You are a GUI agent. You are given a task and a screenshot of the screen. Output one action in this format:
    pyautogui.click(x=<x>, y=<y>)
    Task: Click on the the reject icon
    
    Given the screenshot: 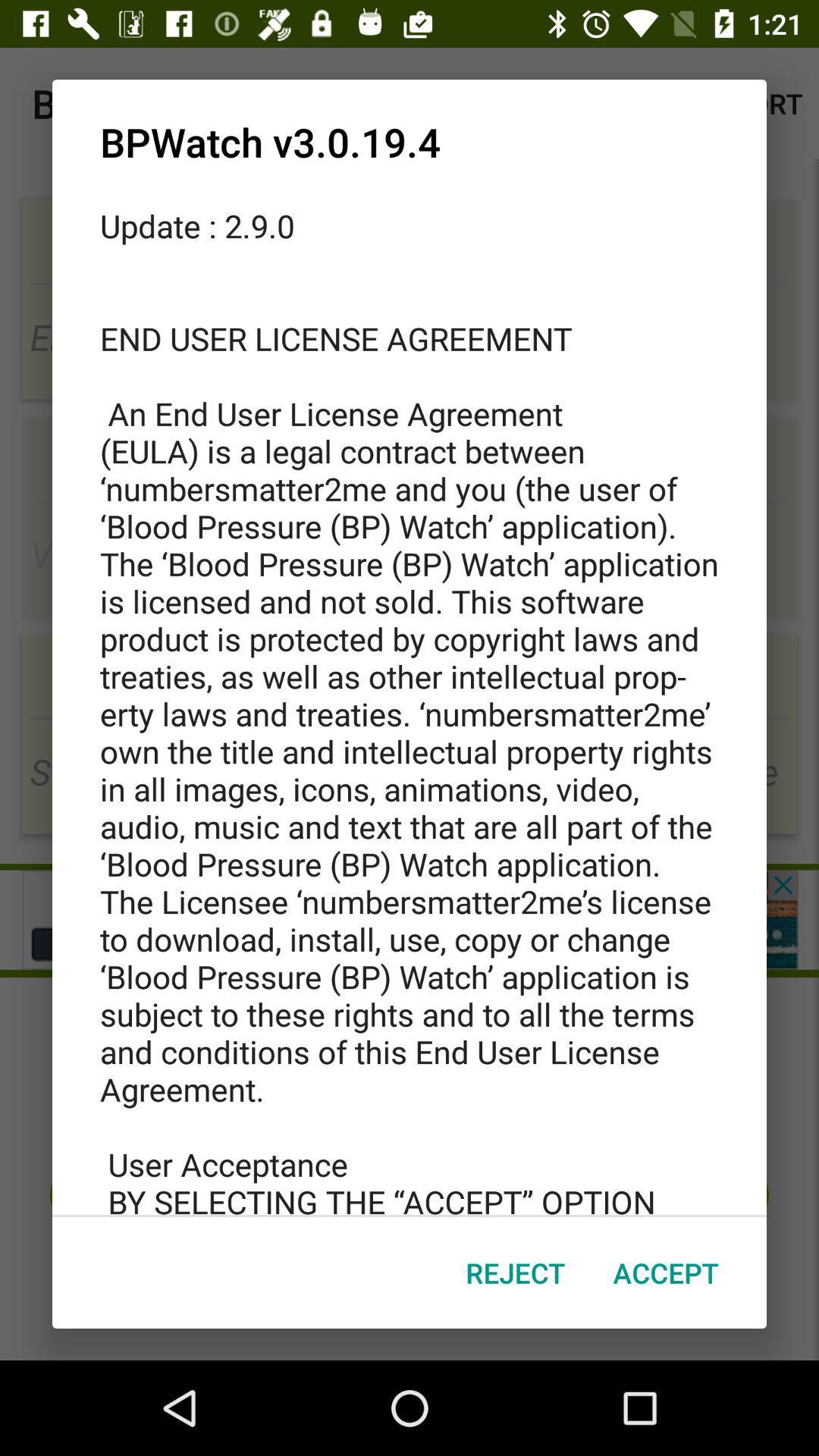 What is the action you would take?
    pyautogui.click(x=514, y=1272)
    